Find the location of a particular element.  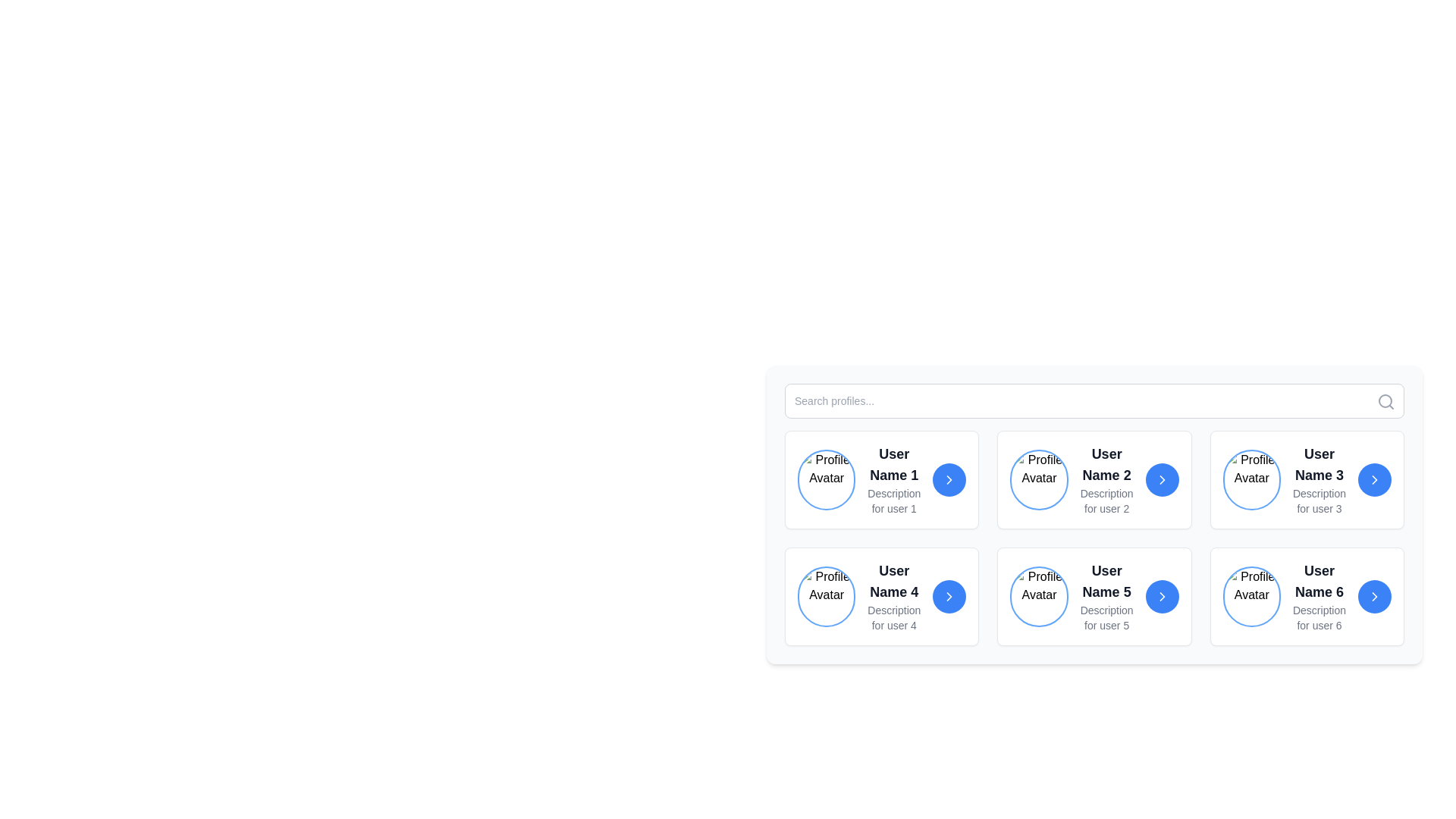

the text label displaying 'User Name 2' in bold and larger font within the user profile card, positioned in the second column of the grid layout is located at coordinates (1106, 464).